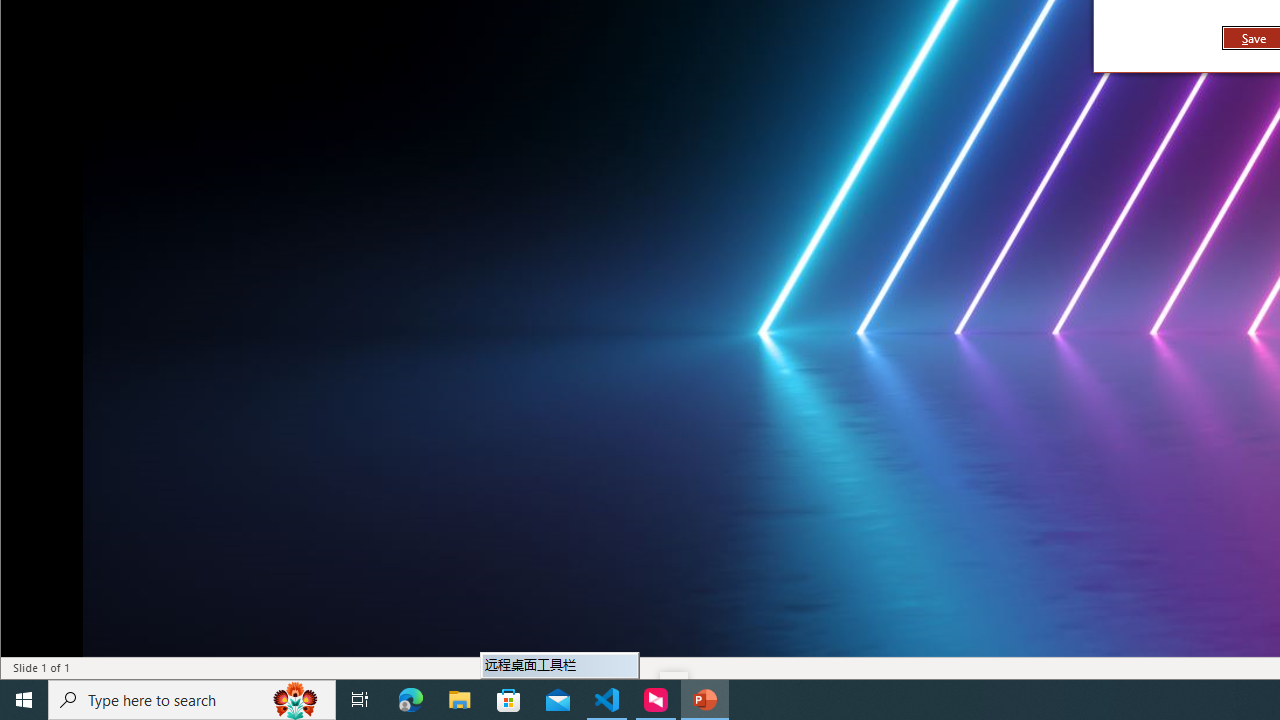 The image size is (1280, 720). Describe the element at coordinates (192, 698) in the screenshot. I see `'Type here to search'` at that location.